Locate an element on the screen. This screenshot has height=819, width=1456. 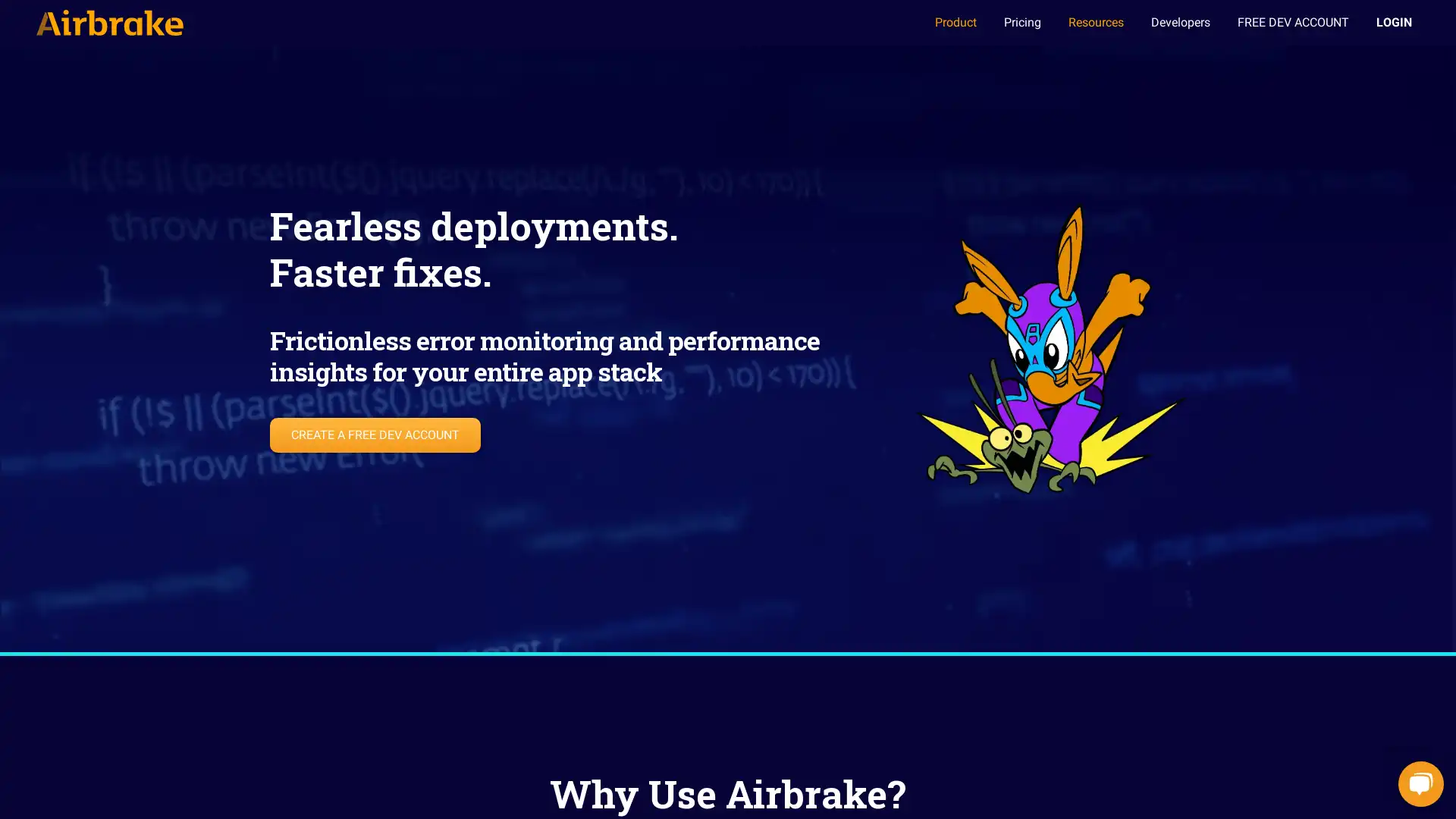
CREATE A FREE DEV ACCOUNT is located at coordinates (375, 435).